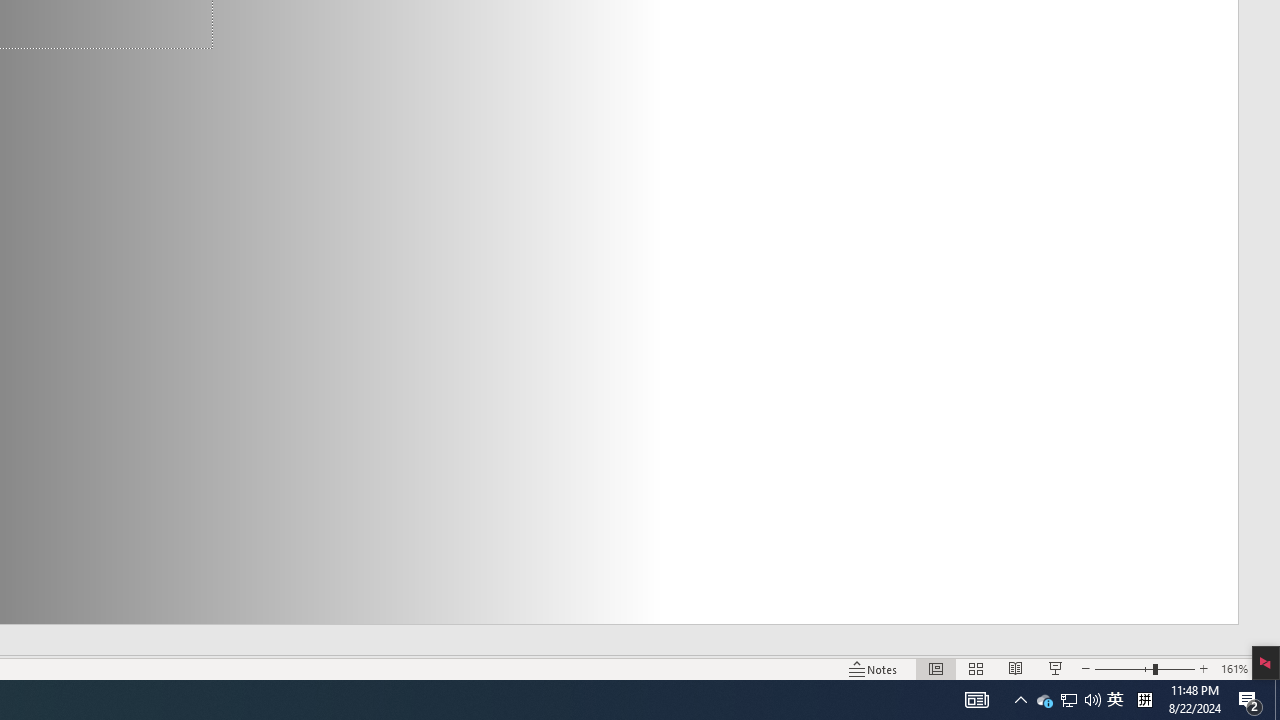 The width and height of the screenshot is (1280, 720). I want to click on 'Zoom Out', so click(1123, 669).